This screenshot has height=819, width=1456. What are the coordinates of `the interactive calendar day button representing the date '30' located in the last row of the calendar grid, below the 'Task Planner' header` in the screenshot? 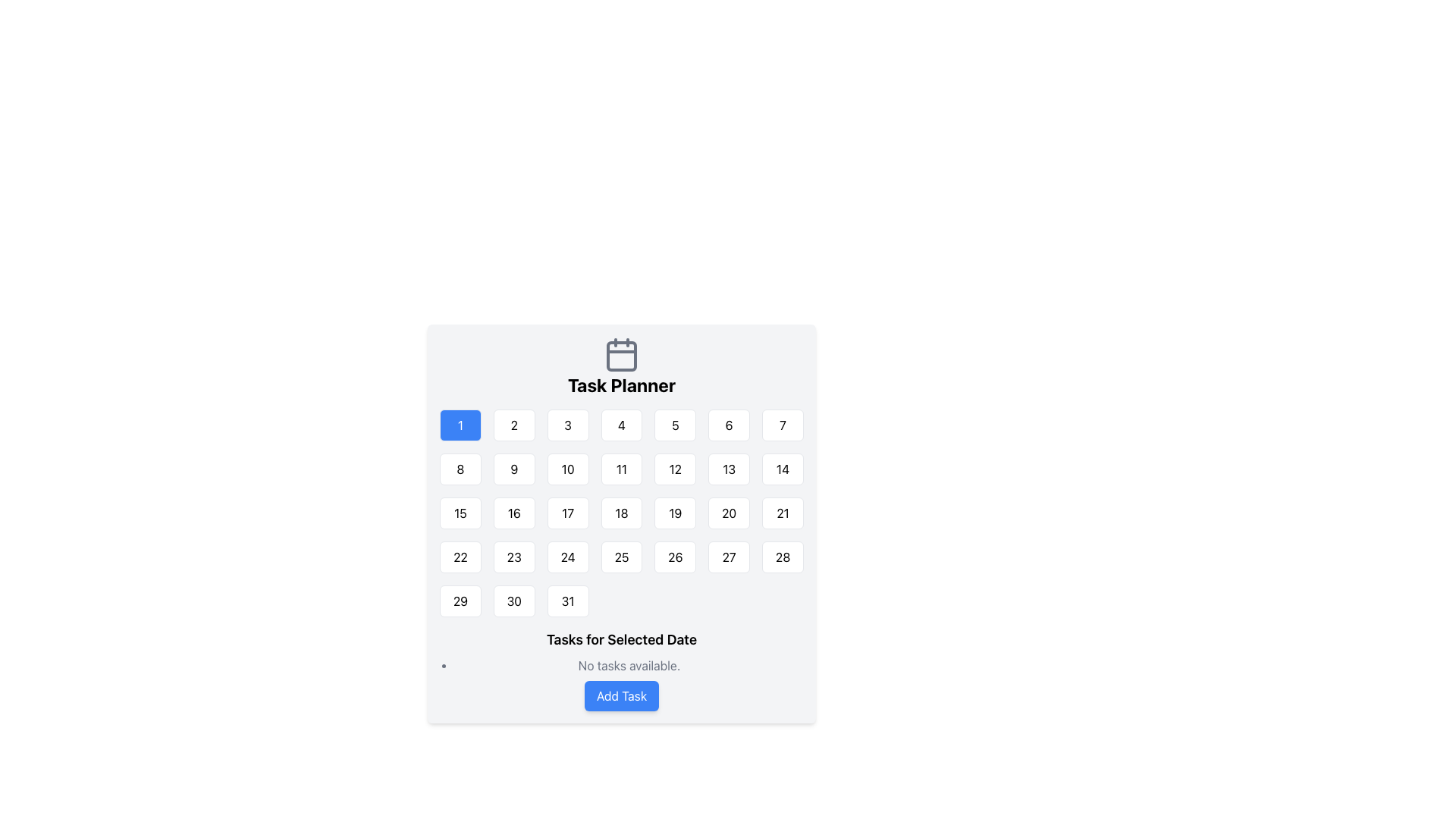 It's located at (514, 601).